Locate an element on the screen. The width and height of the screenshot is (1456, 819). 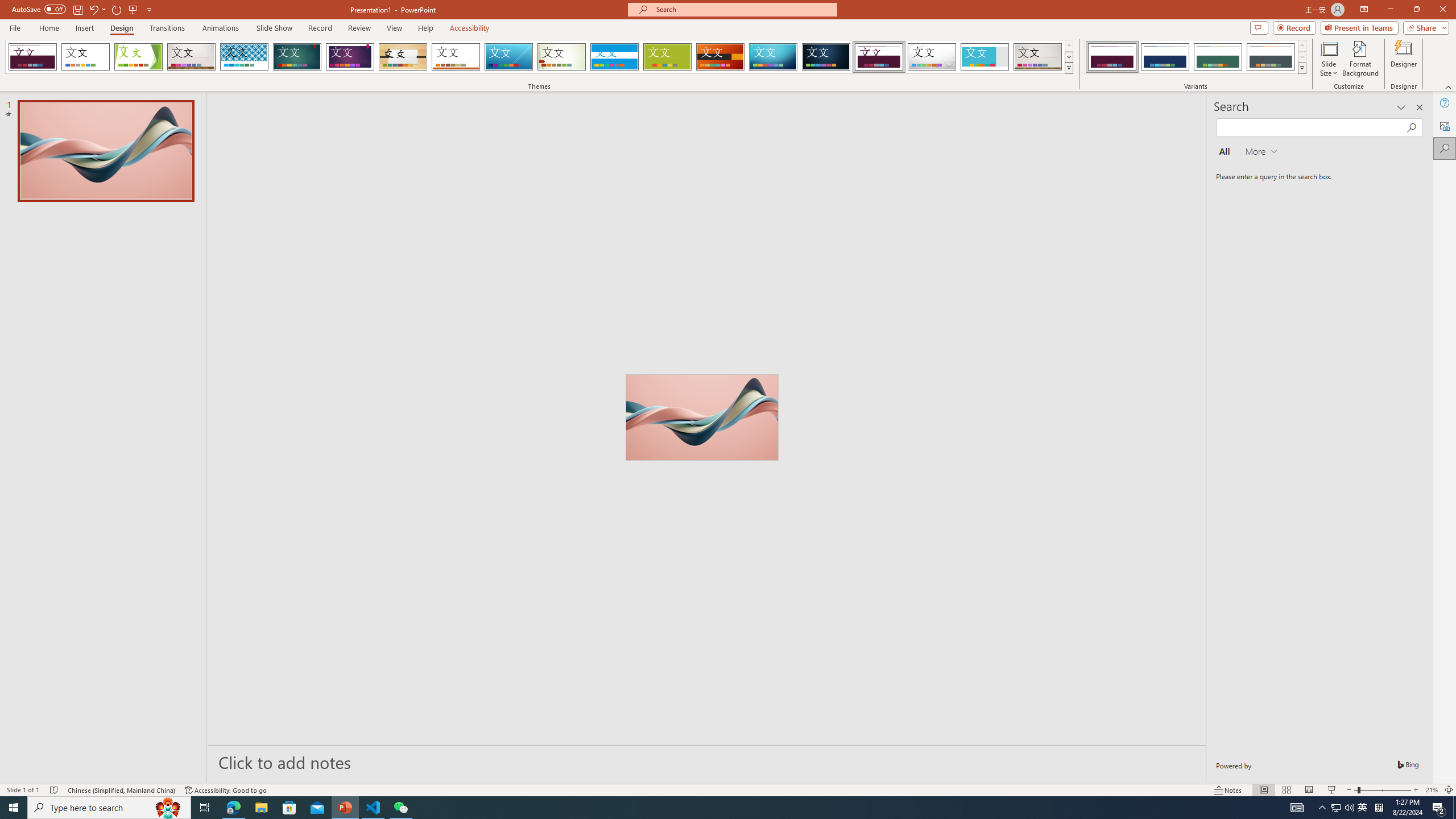
'Ion Boardroom' is located at coordinates (350, 56).